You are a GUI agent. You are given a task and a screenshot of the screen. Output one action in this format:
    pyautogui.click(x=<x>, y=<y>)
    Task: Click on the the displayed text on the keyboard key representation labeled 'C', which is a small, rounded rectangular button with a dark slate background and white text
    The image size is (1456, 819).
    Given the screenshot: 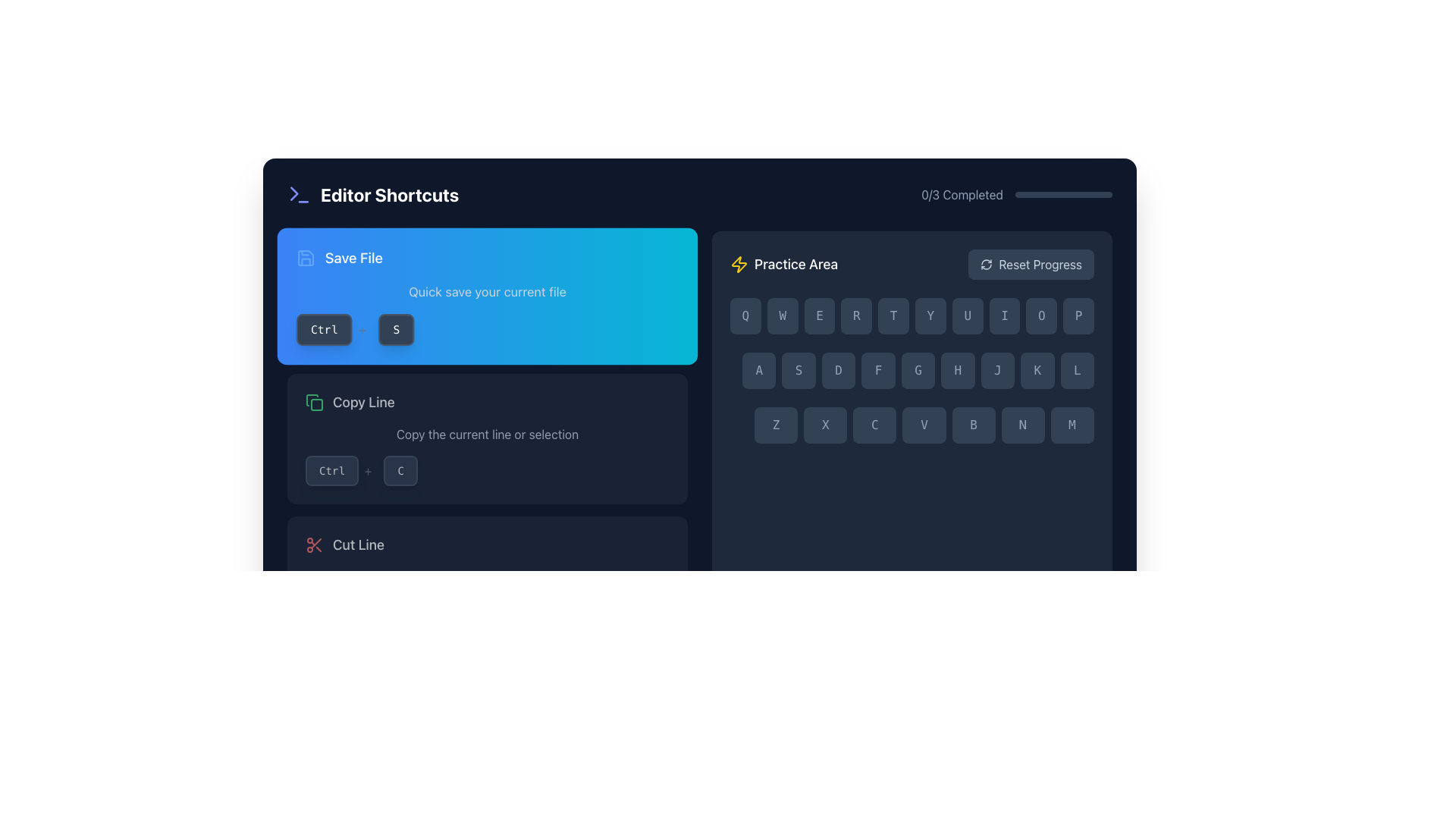 What is the action you would take?
    pyautogui.click(x=400, y=470)
    